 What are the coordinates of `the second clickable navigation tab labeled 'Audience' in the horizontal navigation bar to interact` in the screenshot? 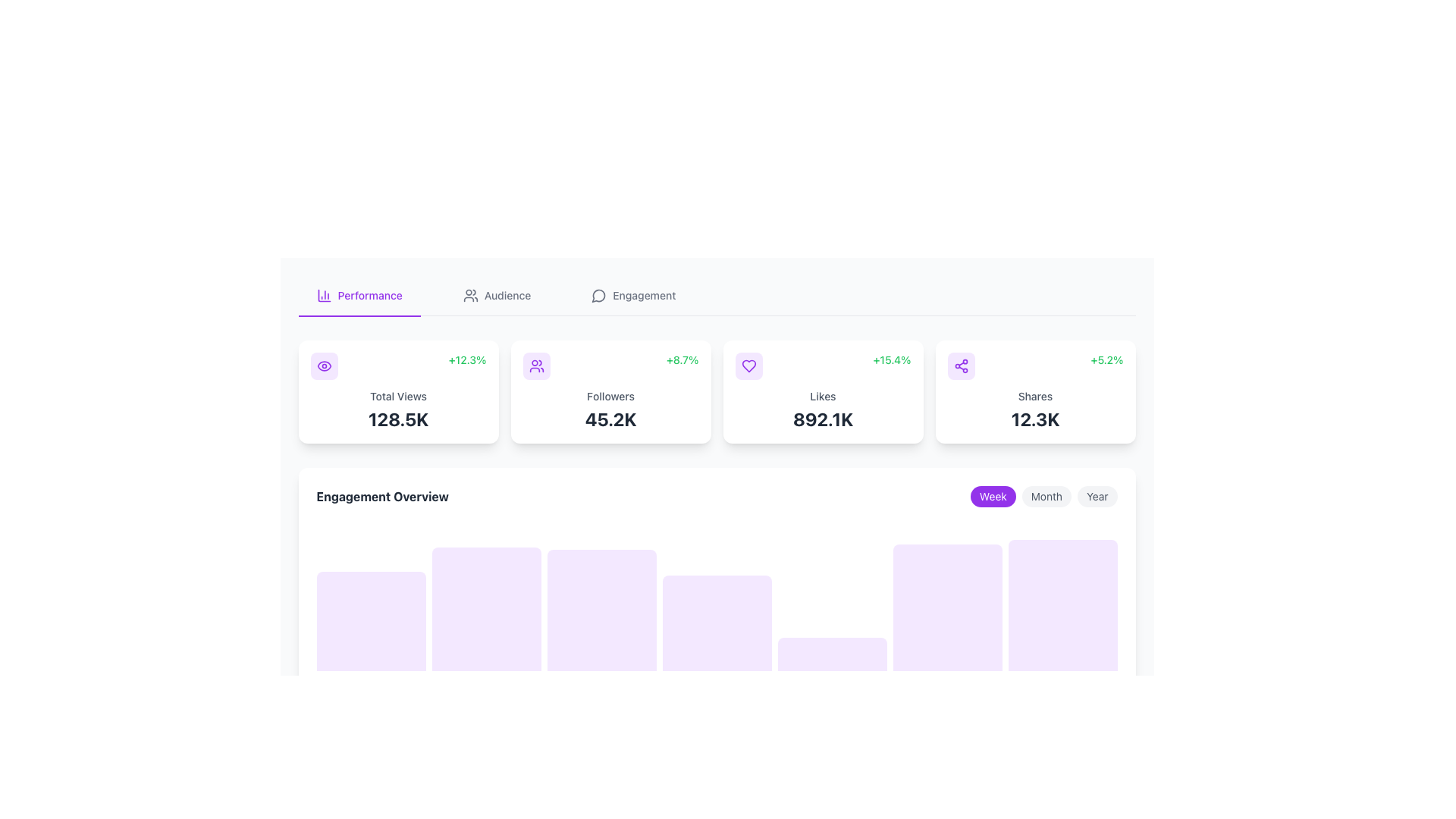 It's located at (497, 295).